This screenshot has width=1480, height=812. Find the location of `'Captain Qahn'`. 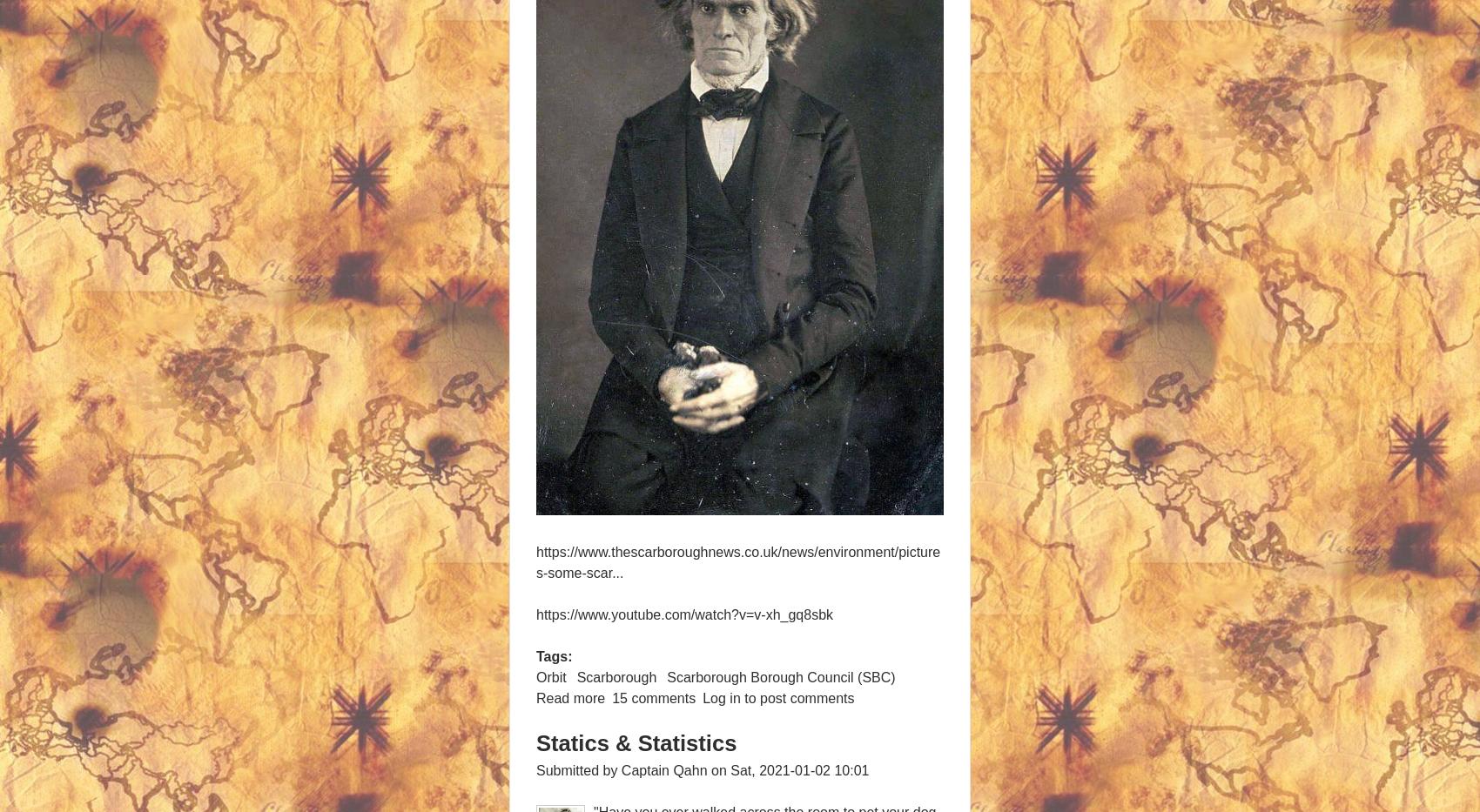

'Captain Qahn' is located at coordinates (663, 769).